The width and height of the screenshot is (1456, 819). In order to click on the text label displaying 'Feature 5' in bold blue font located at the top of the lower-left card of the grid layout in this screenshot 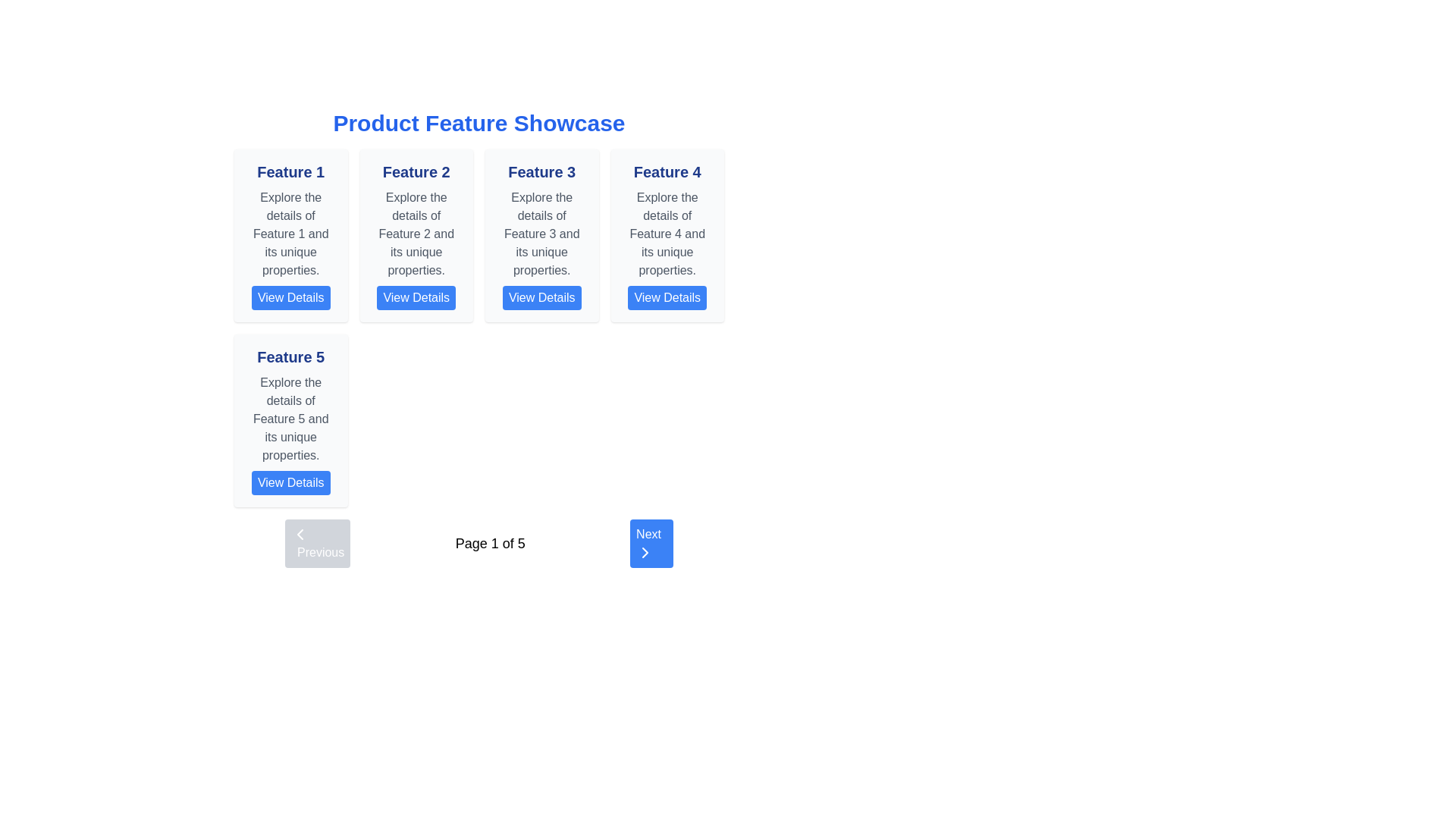, I will do `click(290, 356)`.